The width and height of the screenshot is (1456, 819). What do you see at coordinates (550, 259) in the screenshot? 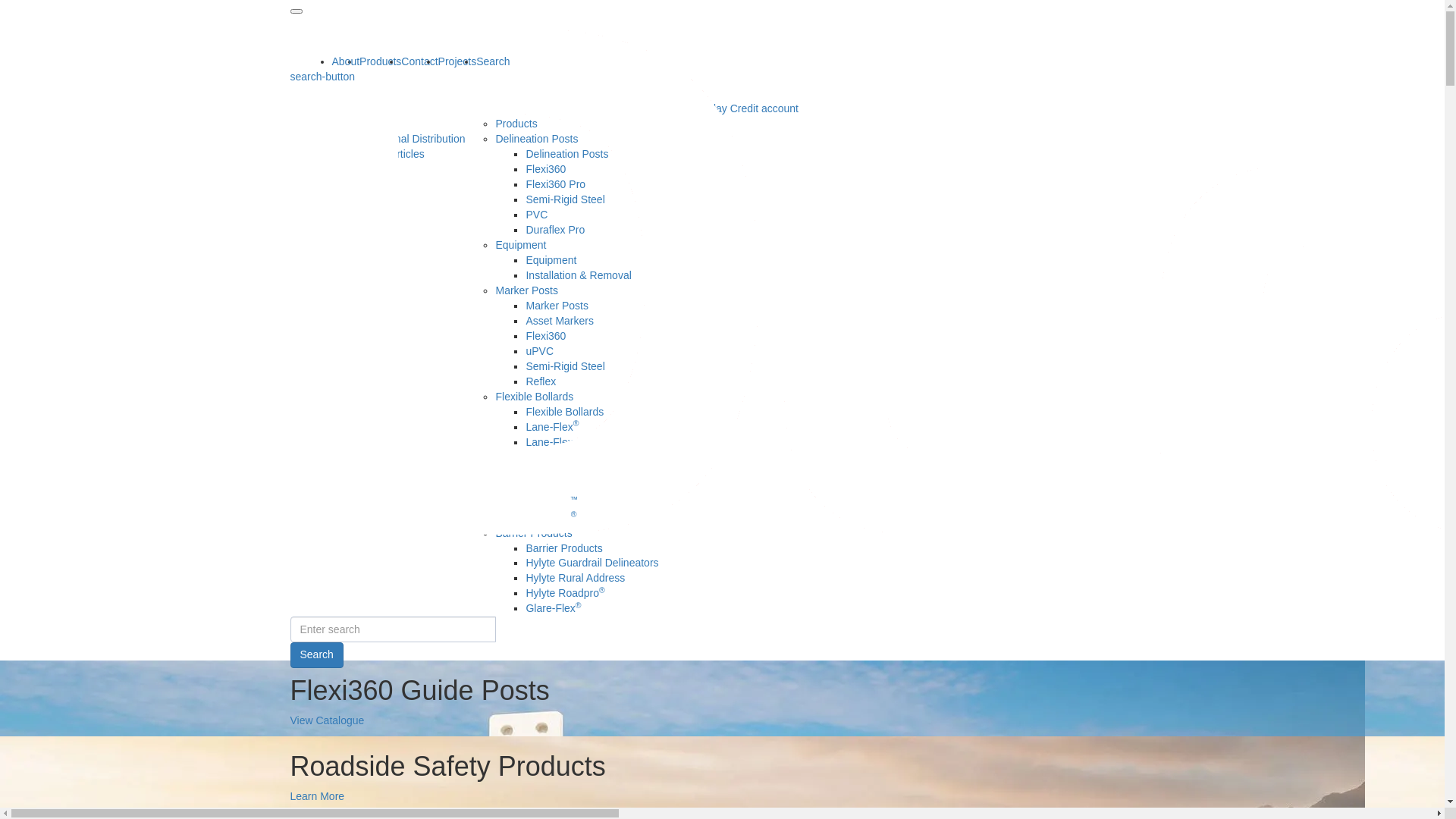
I see `'Equipment'` at bounding box center [550, 259].